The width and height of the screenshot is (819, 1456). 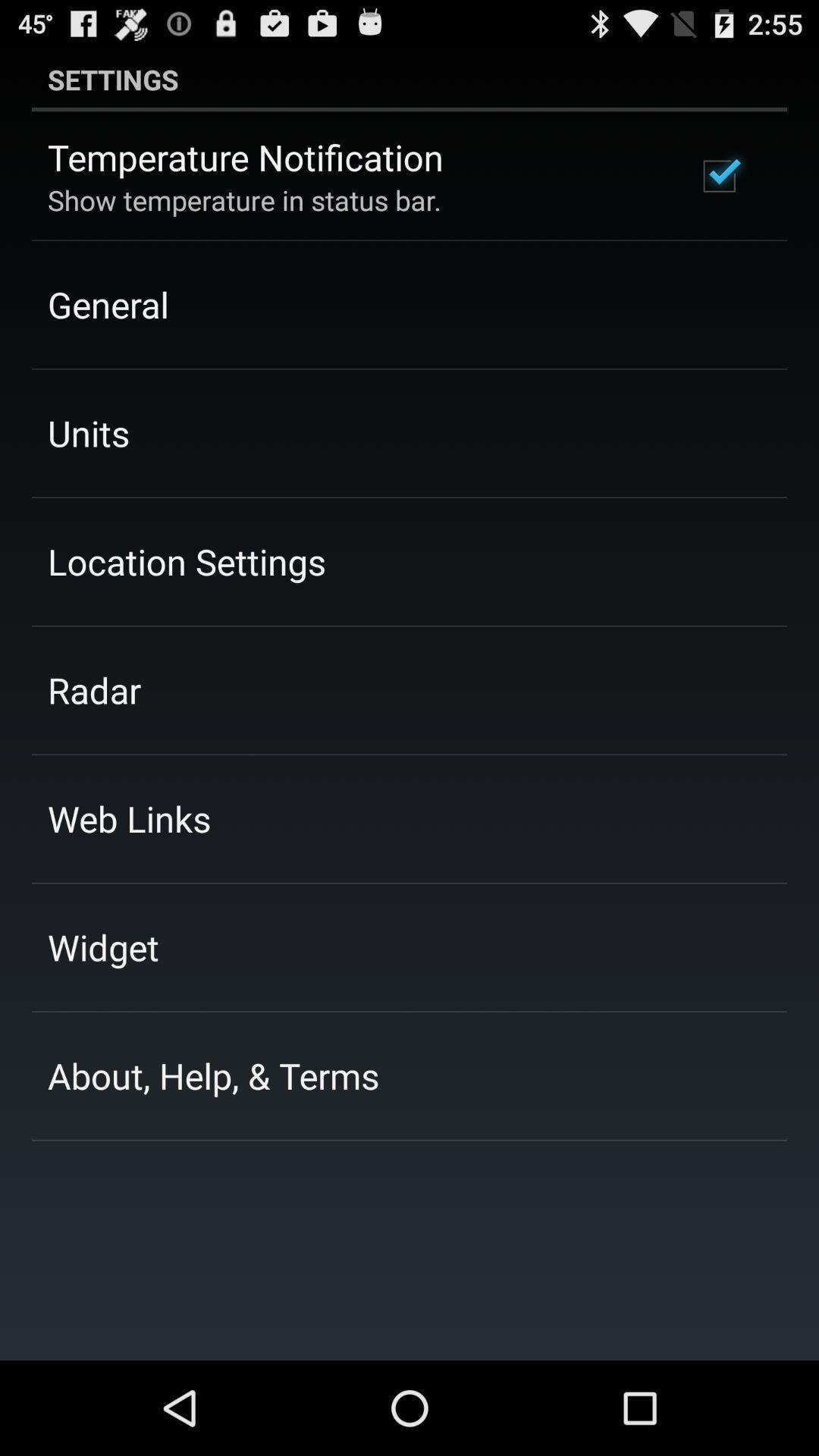 What do you see at coordinates (718, 176) in the screenshot?
I see `the app next to the temperature notification` at bounding box center [718, 176].